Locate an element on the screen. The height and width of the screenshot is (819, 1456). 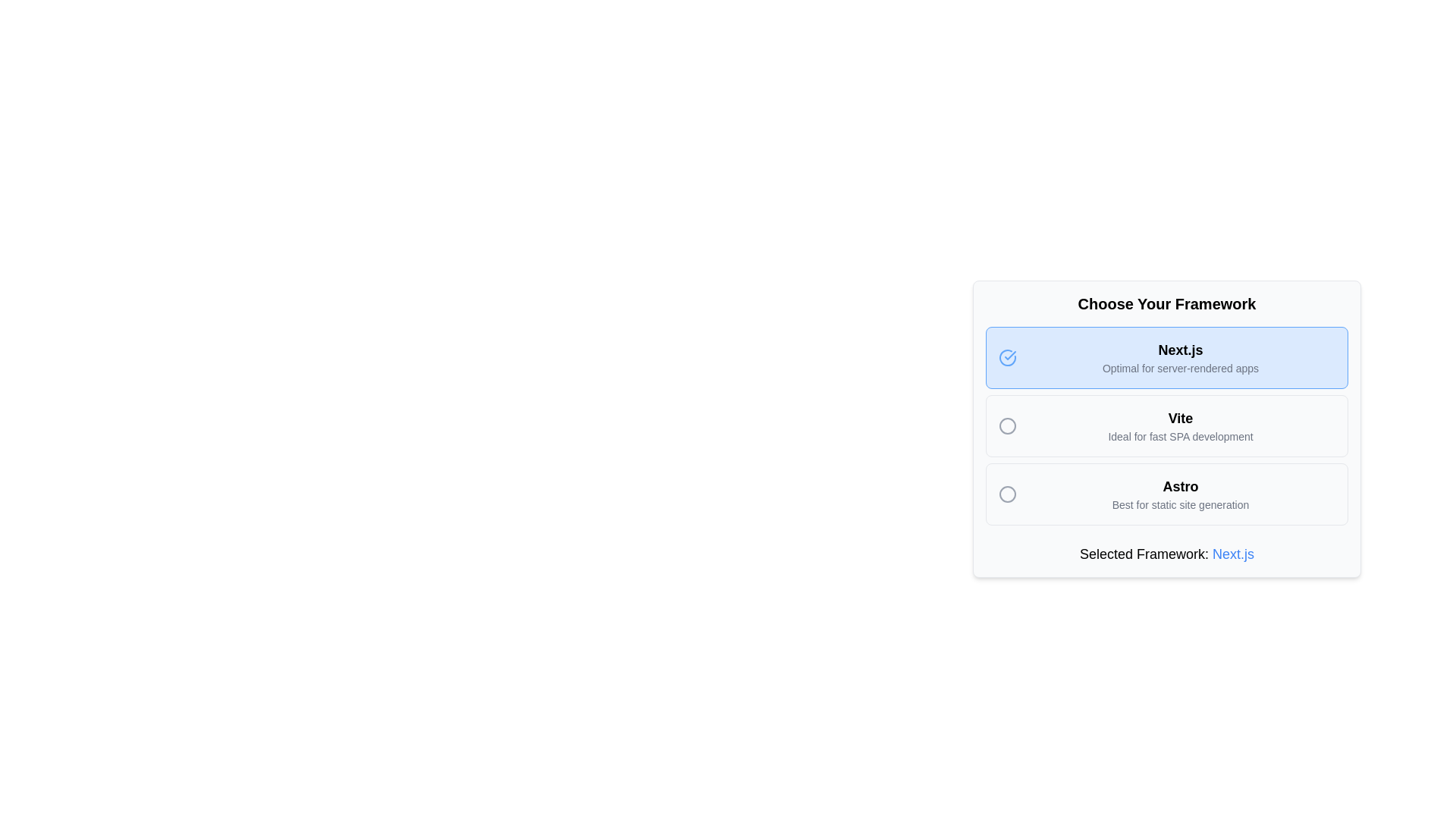
the text label that says 'Optimal for server-rendered apps', which is located below the 'Next.js' heading in the selectable framework list is located at coordinates (1179, 369).